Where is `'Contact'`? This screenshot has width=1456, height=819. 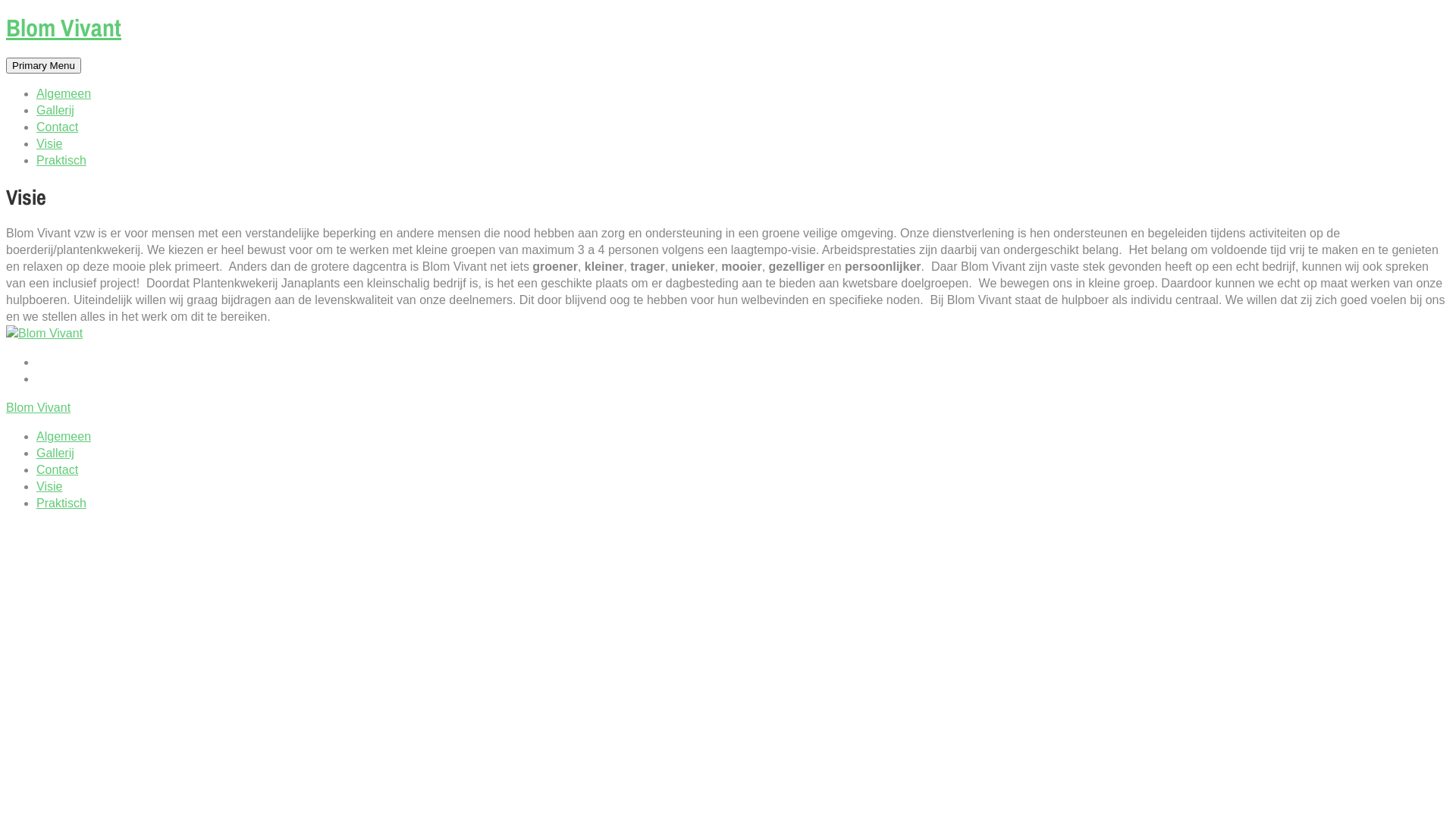 'Contact' is located at coordinates (57, 126).